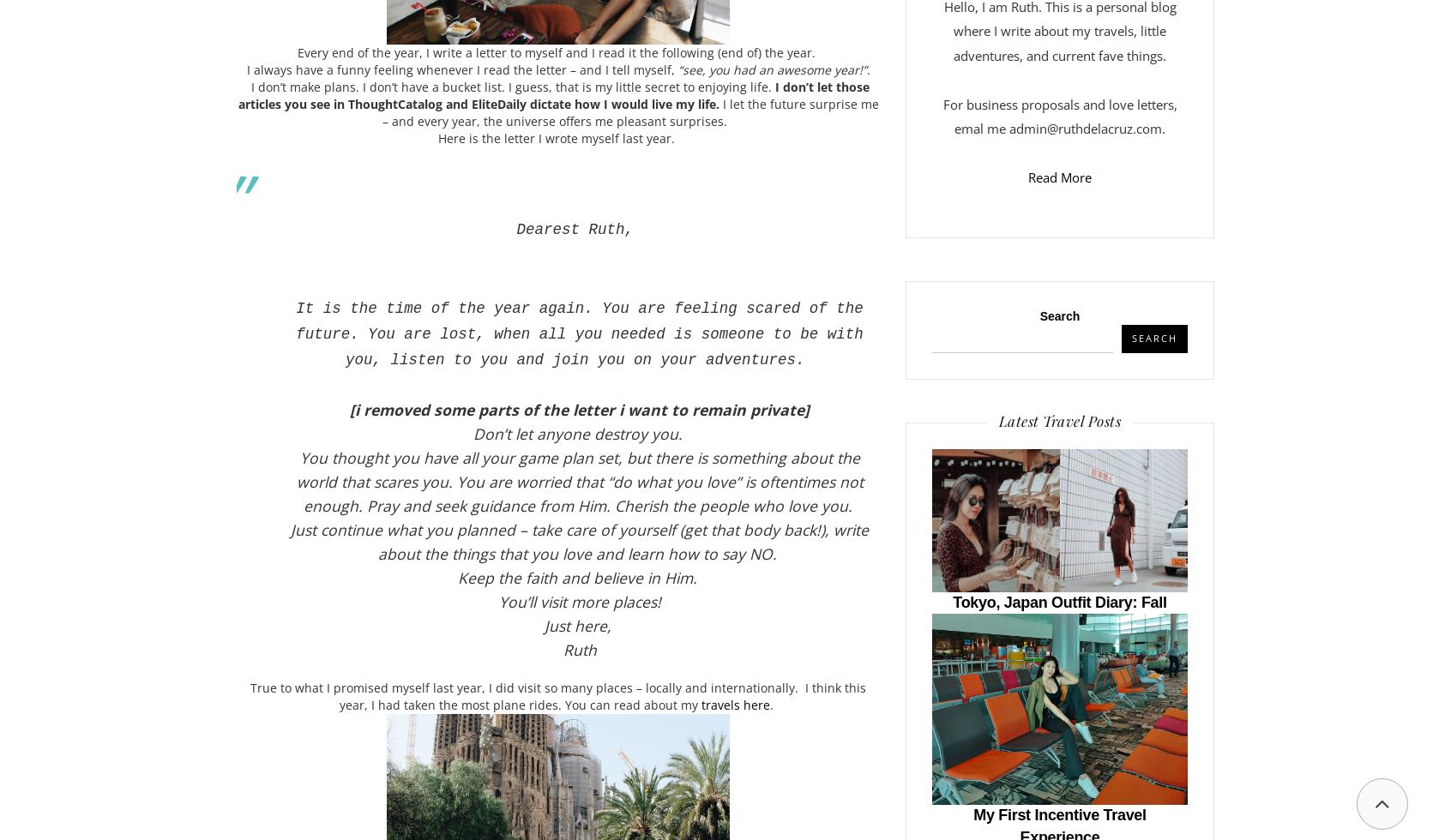  Describe the element at coordinates (629, 112) in the screenshot. I see `'I let the future surprise me – and every year, the universe offers me pleasant surprises.'` at that location.